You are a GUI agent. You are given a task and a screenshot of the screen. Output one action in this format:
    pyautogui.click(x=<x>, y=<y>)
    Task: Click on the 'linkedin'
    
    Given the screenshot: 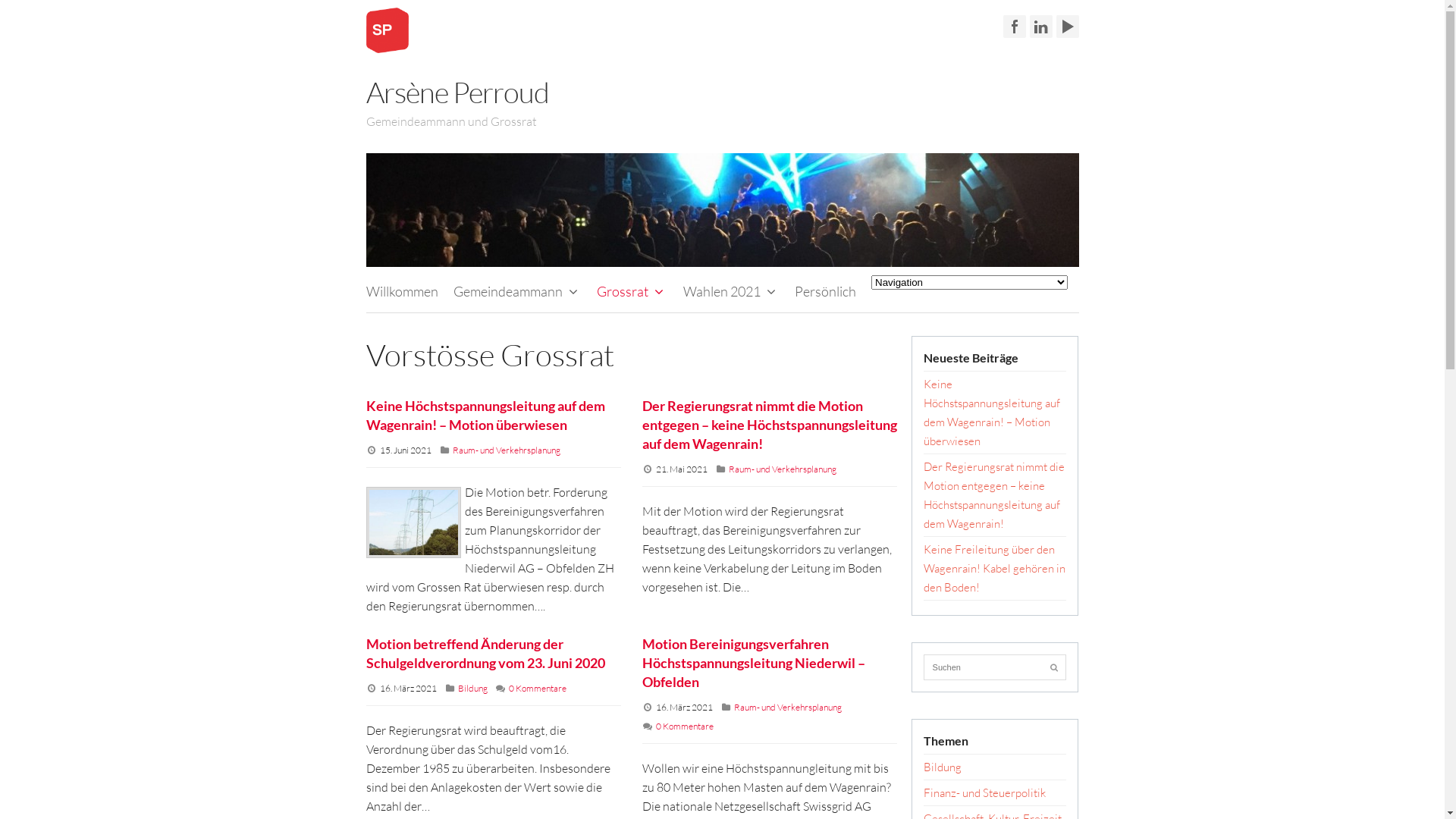 What is the action you would take?
    pyautogui.click(x=1040, y=26)
    